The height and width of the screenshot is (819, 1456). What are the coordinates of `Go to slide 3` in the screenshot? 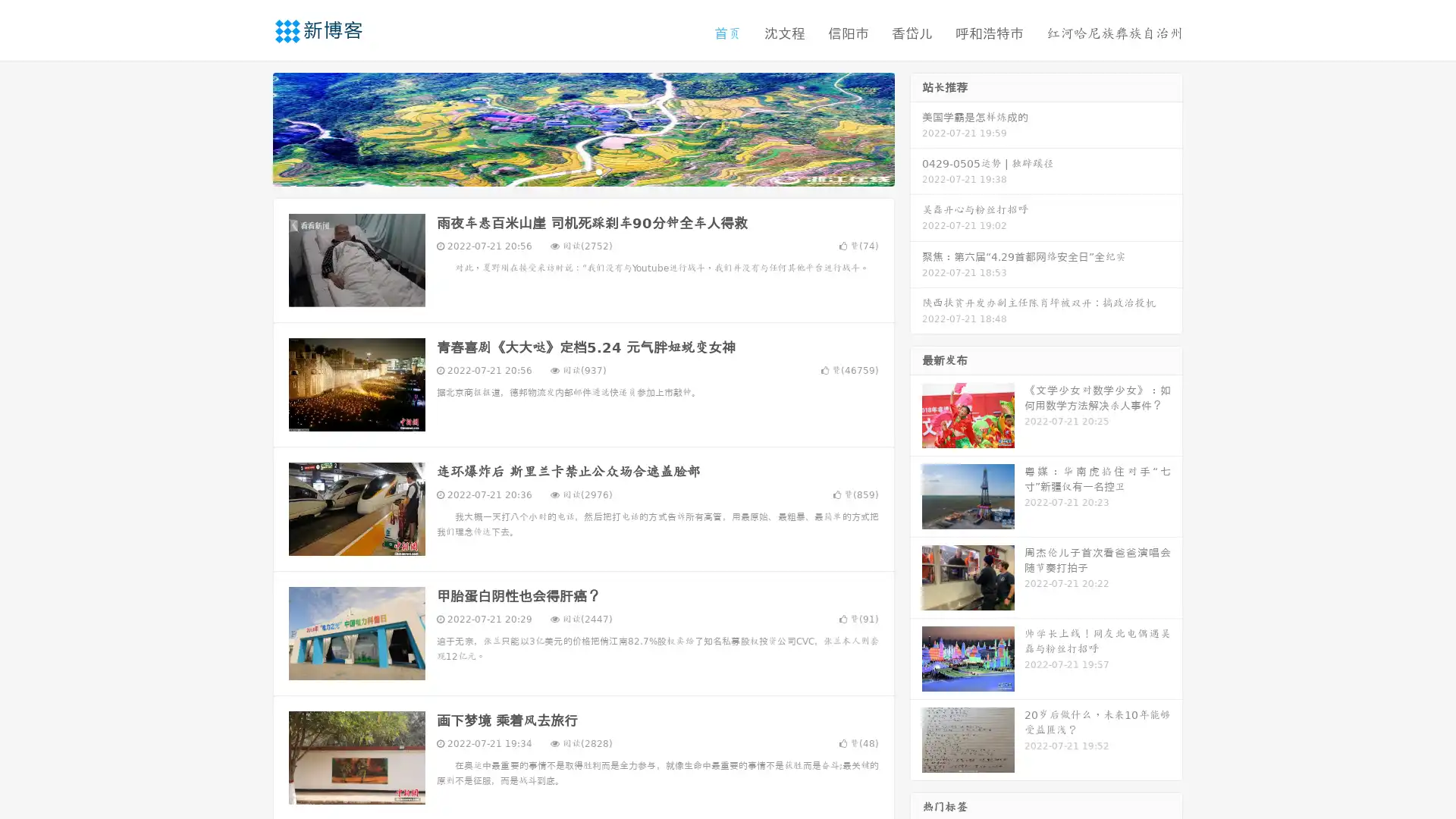 It's located at (598, 171).